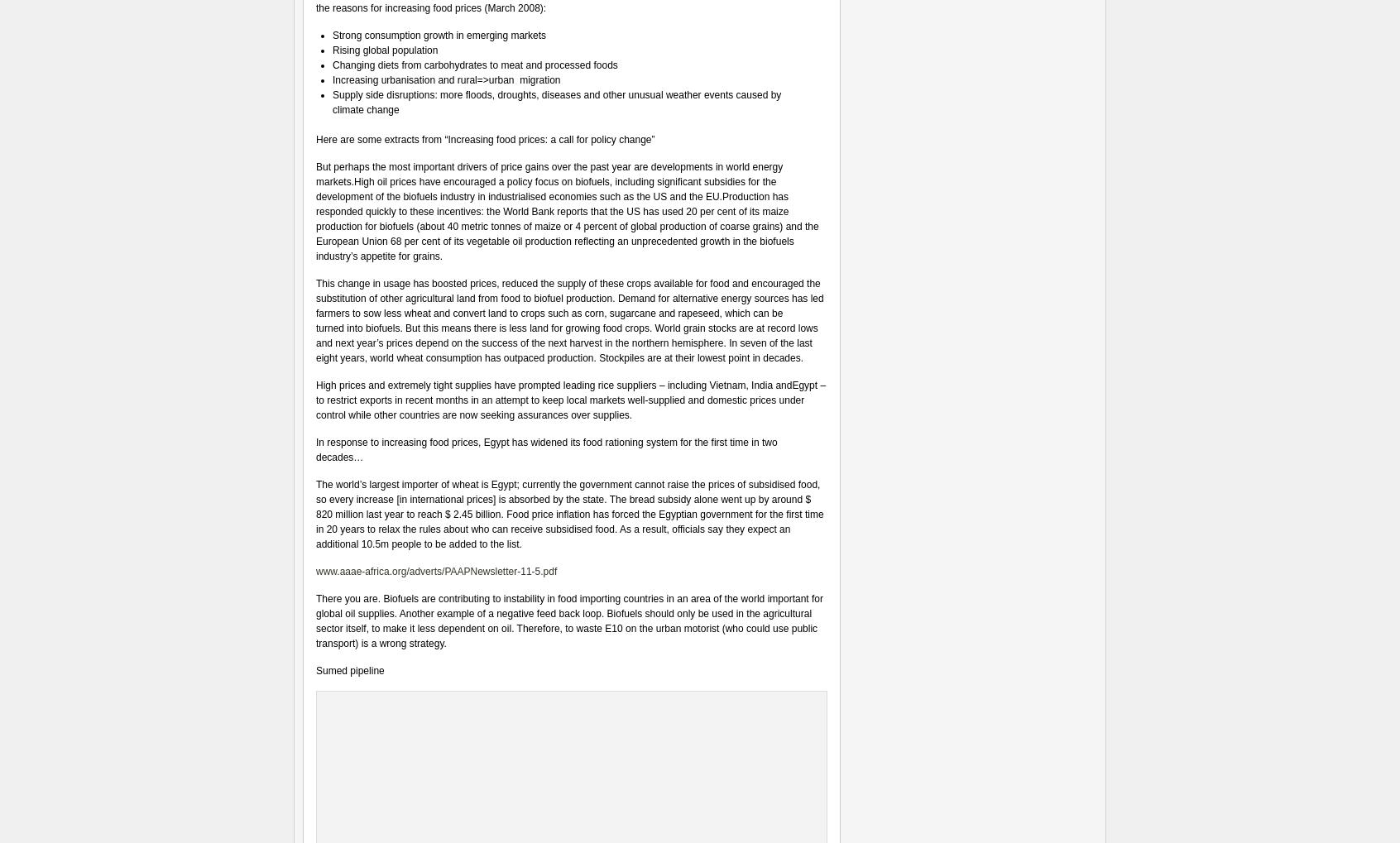  I want to click on 'Changing diets from carbohydrates to meat and processed foods', so click(473, 65).